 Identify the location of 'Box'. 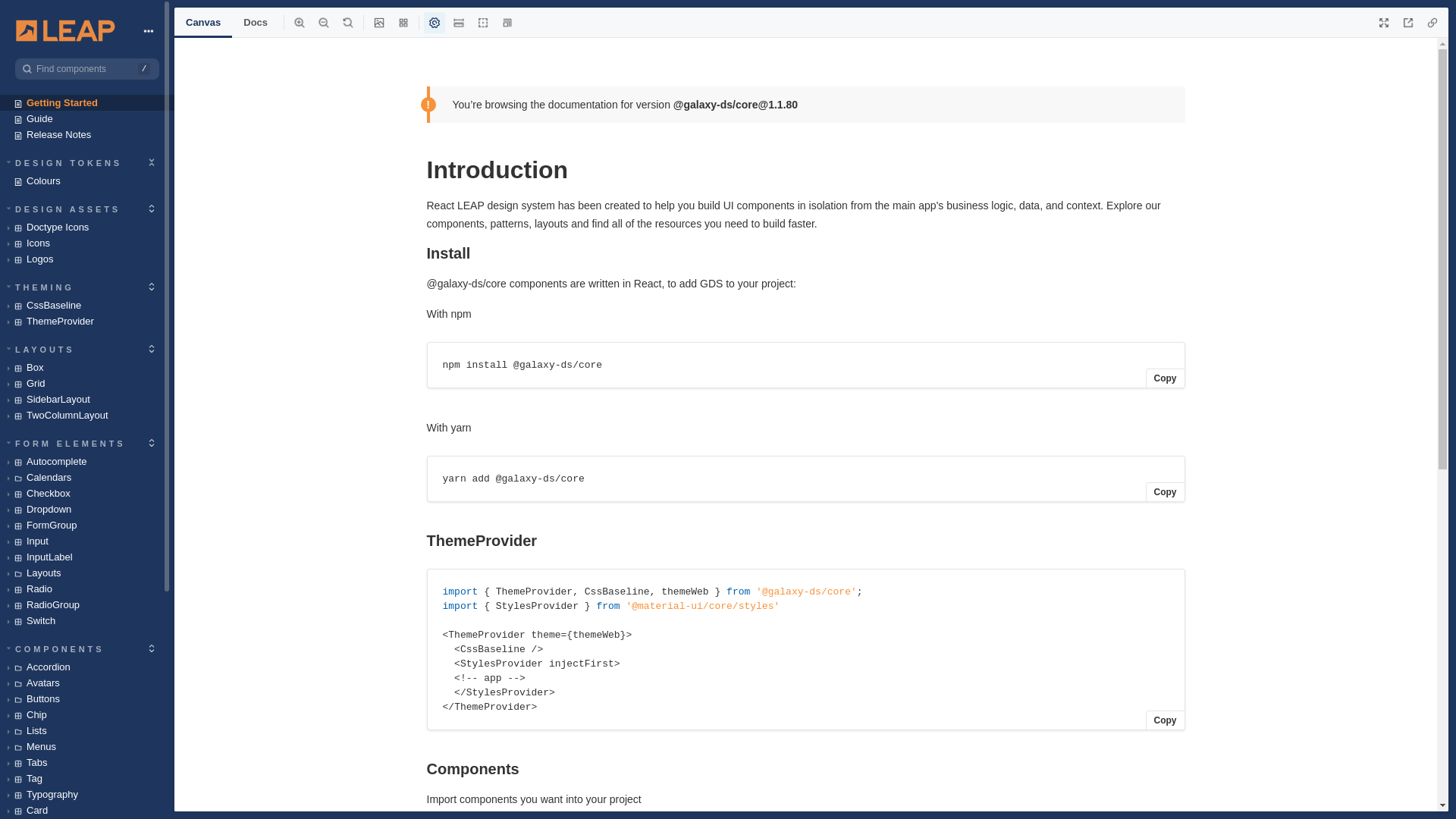
(86, 367).